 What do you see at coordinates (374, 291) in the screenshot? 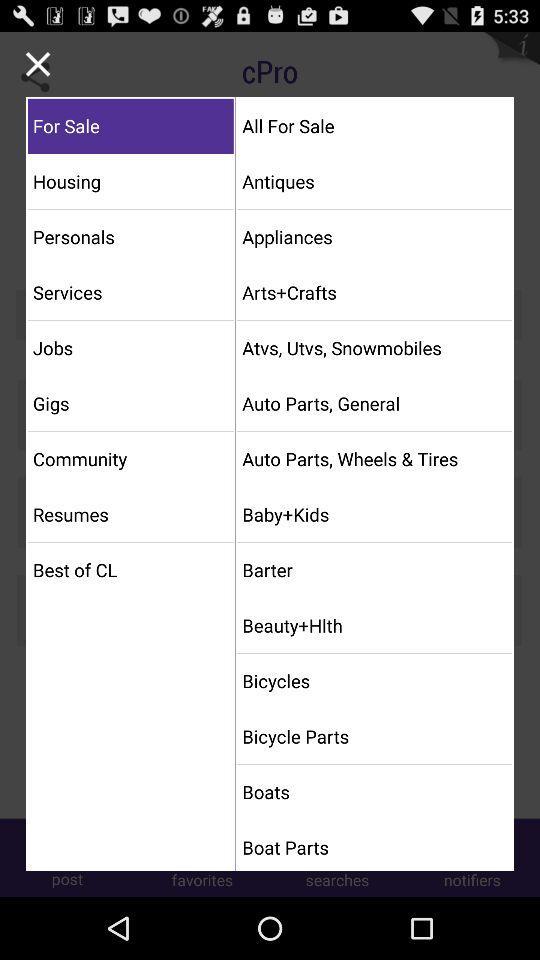
I see `arts+crafts app` at bounding box center [374, 291].